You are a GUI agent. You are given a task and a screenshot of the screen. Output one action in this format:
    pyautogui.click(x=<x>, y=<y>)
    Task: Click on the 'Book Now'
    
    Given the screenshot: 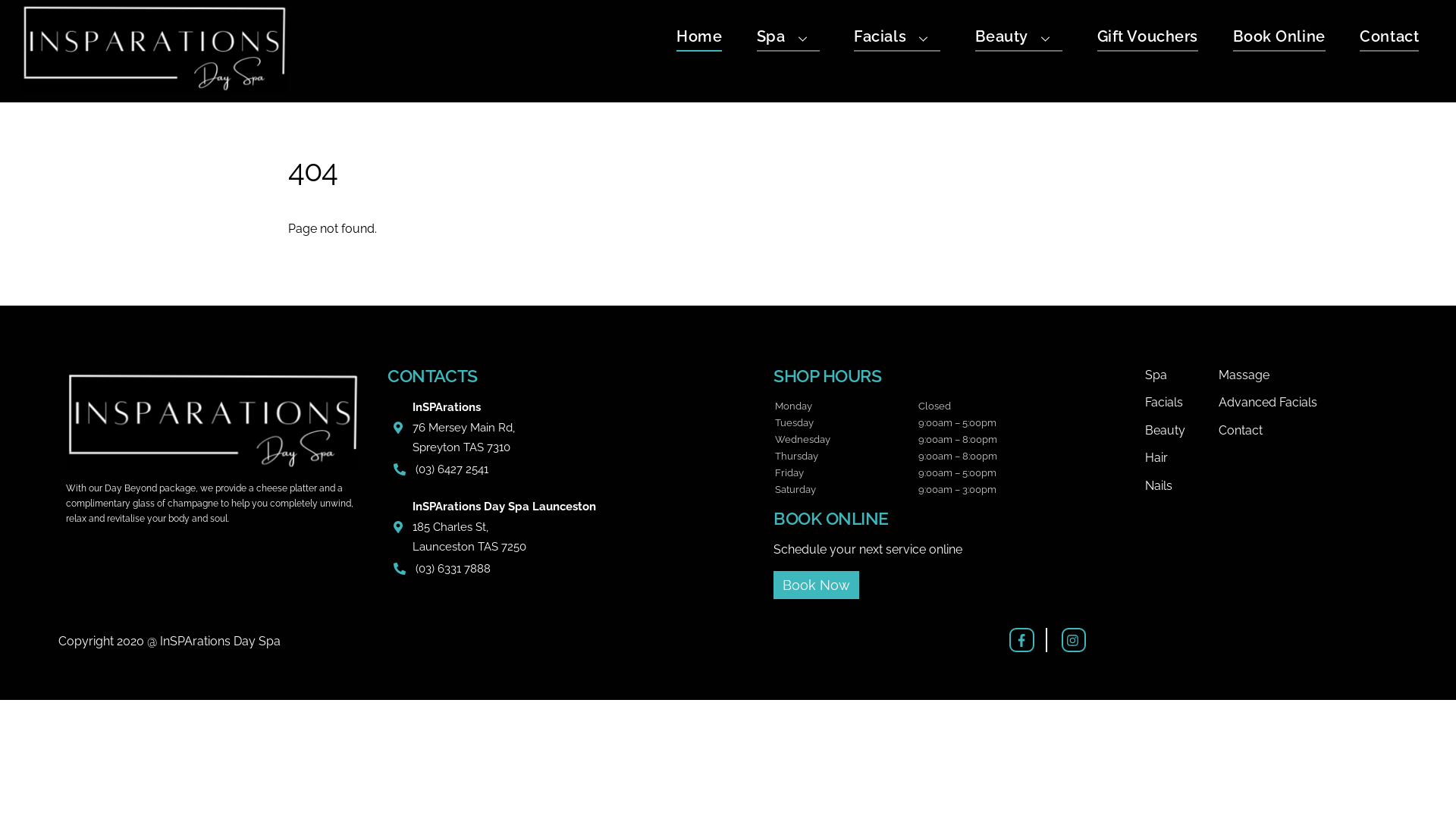 What is the action you would take?
    pyautogui.click(x=815, y=584)
    